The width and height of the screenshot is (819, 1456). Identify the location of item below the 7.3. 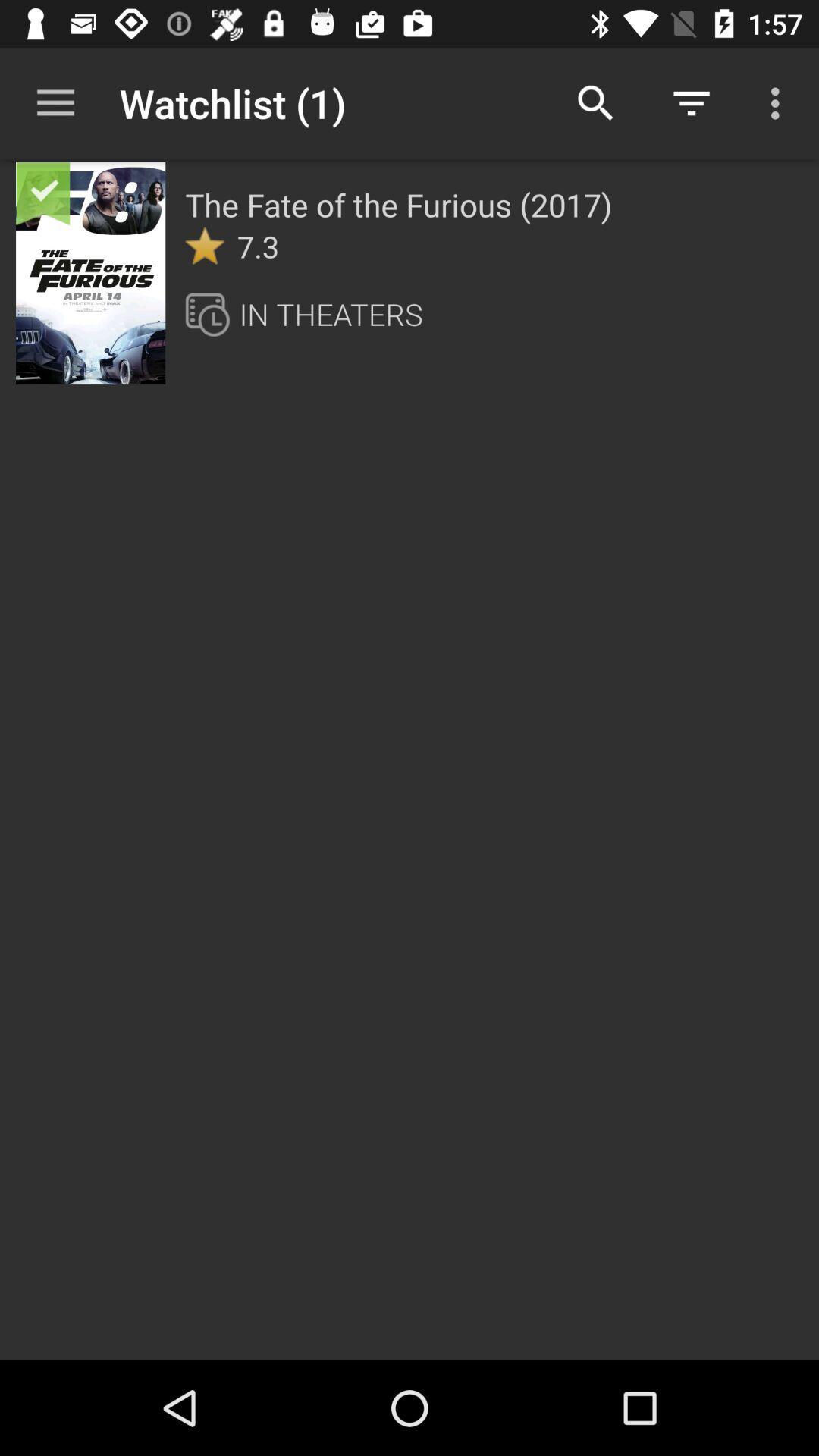
(330, 313).